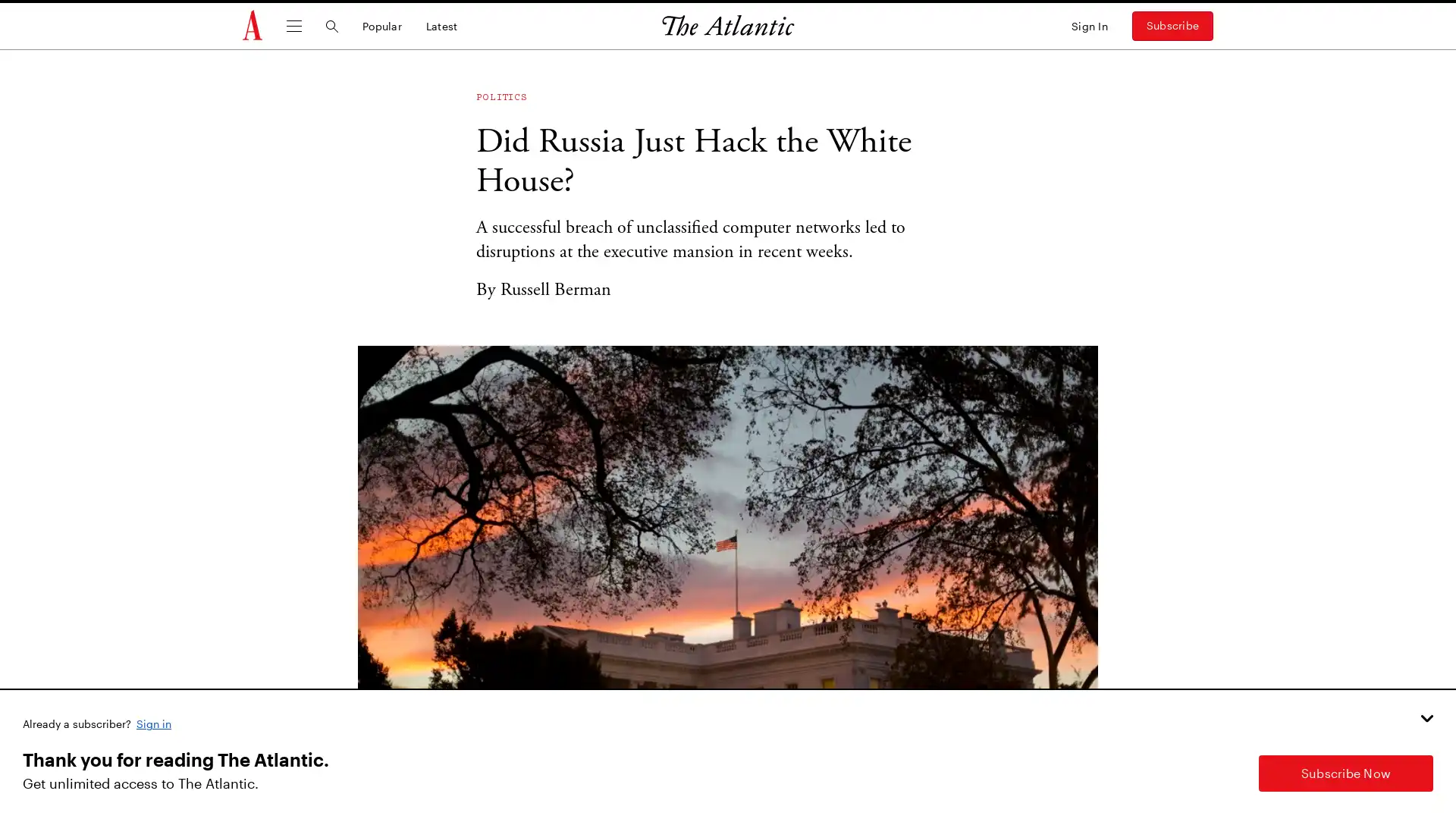 The image size is (1456, 819). Describe the element at coordinates (1426, 717) in the screenshot. I see `Hide subscription information` at that location.